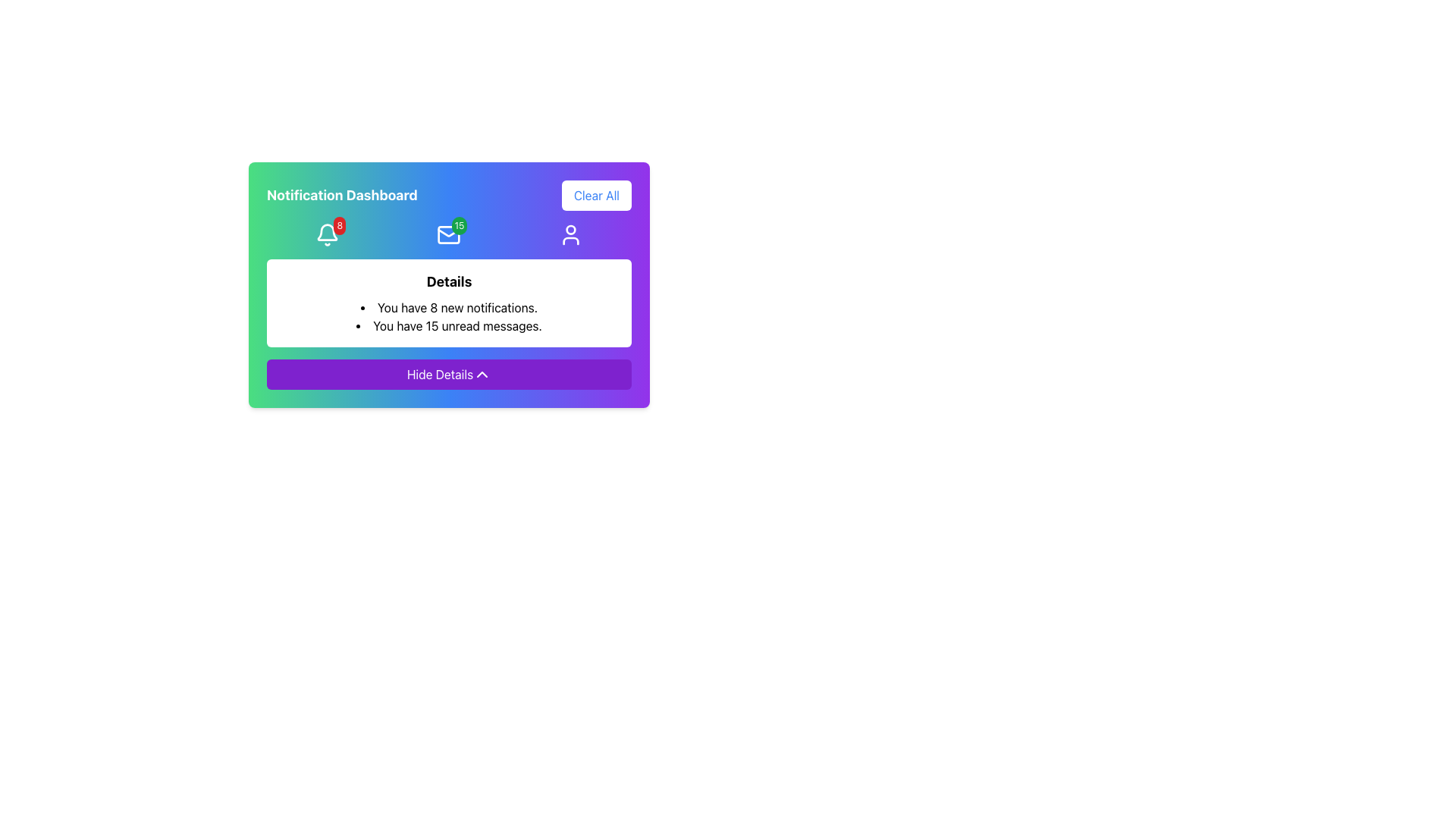  What do you see at coordinates (458, 225) in the screenshot?
I see `the text content of the small circular badge with a green background and white text '15' located at the top-right corner of the envelope icon in the notification dashboard` at bounding box center [458, 225].